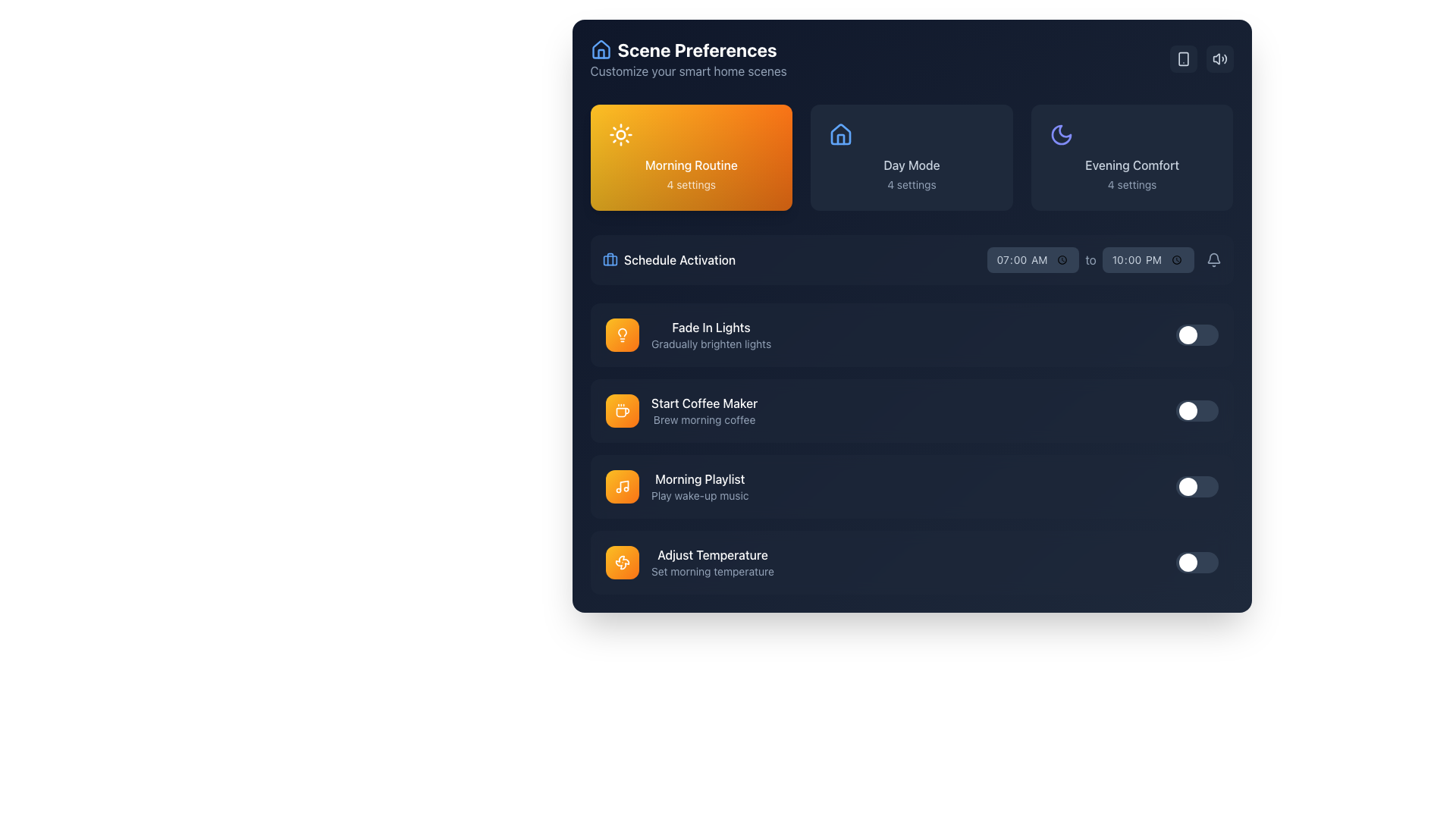 Image resolution: width=1456 pixels, height=819 pixels. I want to click on the button styled with a rounded rectangular shape and a dark slate-gray background, located in the top-right corner of the interface, so click(1219, 58).